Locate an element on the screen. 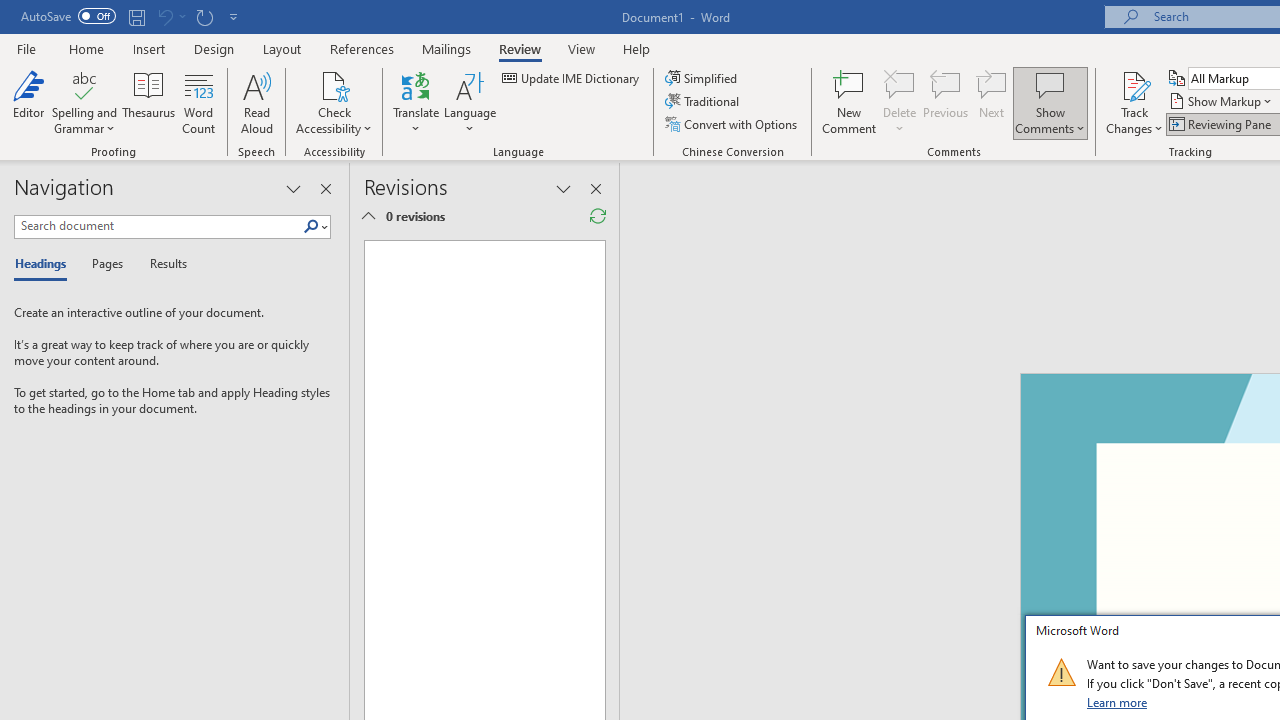 This screenshot has width=1280, height=720. 'File Tab' is located at coordinates (26, 47).